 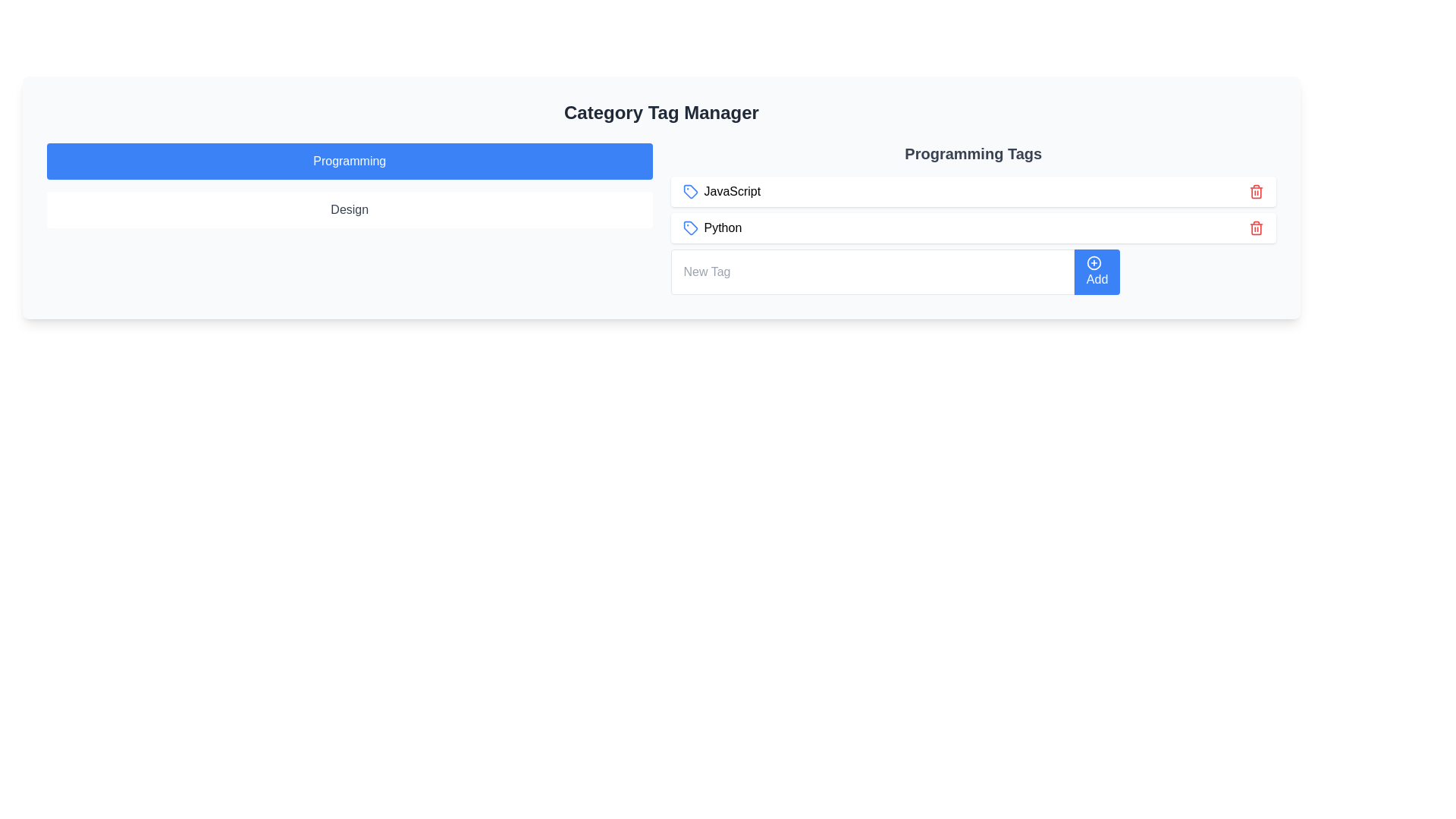 What do you see at coordinates (1094, 262) in the screenshot?
I see `the circular icon within the SVG element, which is located to the right of the 'New Tag' text input field and adjacent to the 'Add' button` at bounding box center [1094, 262].